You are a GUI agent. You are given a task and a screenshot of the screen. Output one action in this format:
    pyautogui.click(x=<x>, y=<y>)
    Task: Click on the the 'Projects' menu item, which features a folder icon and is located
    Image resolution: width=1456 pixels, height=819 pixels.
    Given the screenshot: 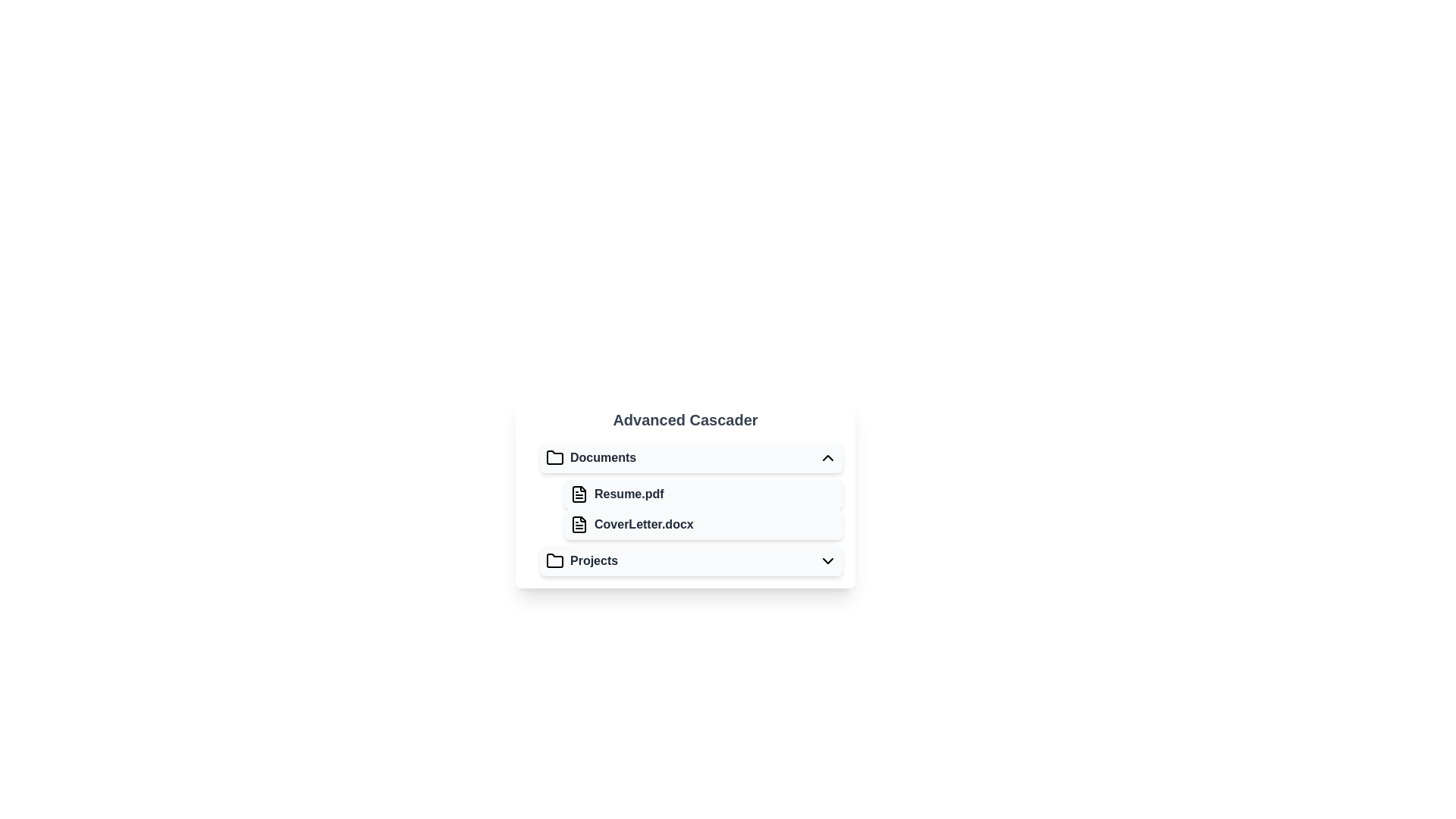 What is the action you would take?
    pyautogui.click(x=581, y=561)
    